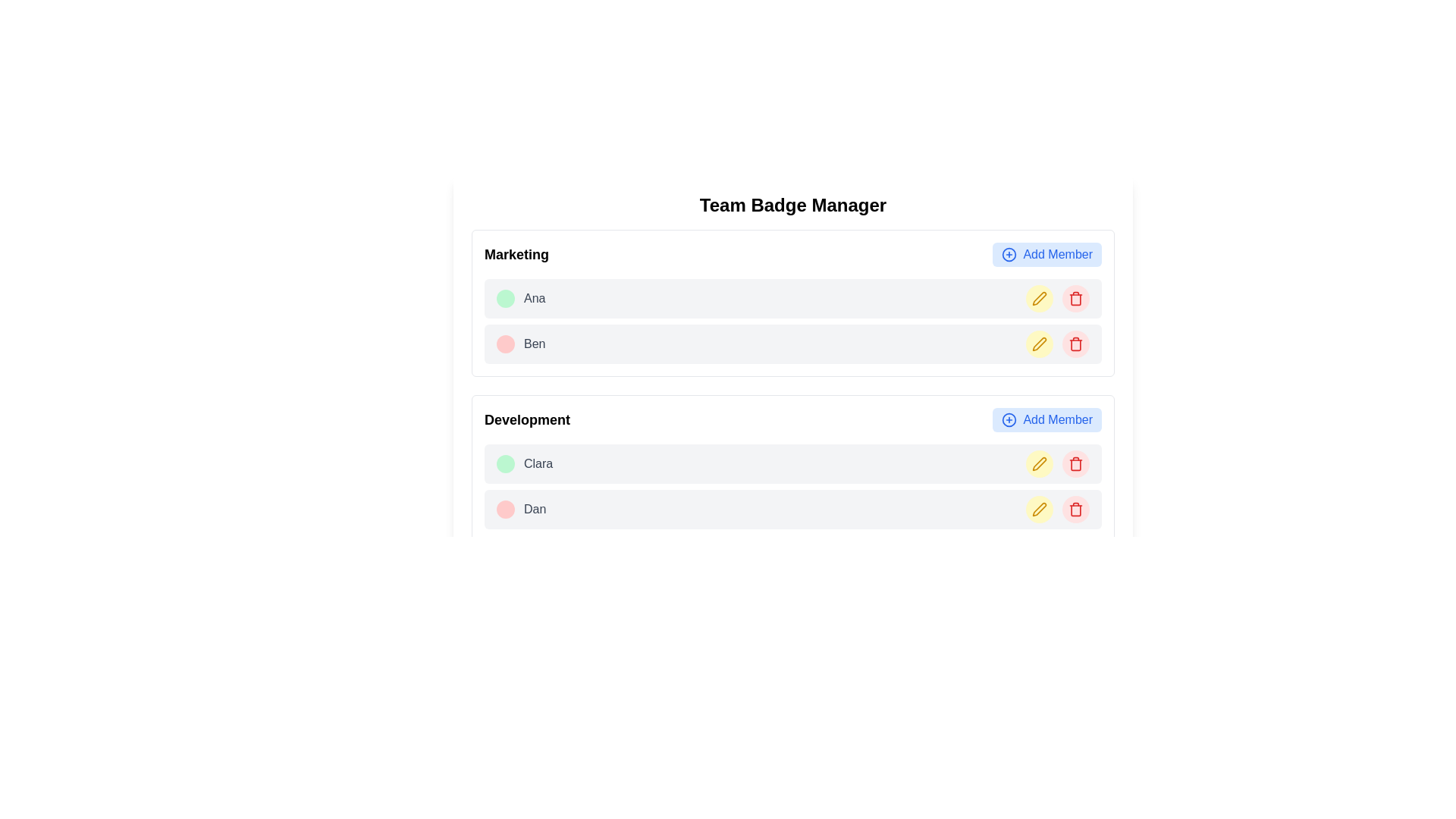  What do you see at coordinates (514, 347) in the screenshot?
I see `the circular badge icon with a red color scheme labeled 'Inactive' located in the second row of the 'Marketing' section above the name label 'Ben'` at bounding box center [514, 347].